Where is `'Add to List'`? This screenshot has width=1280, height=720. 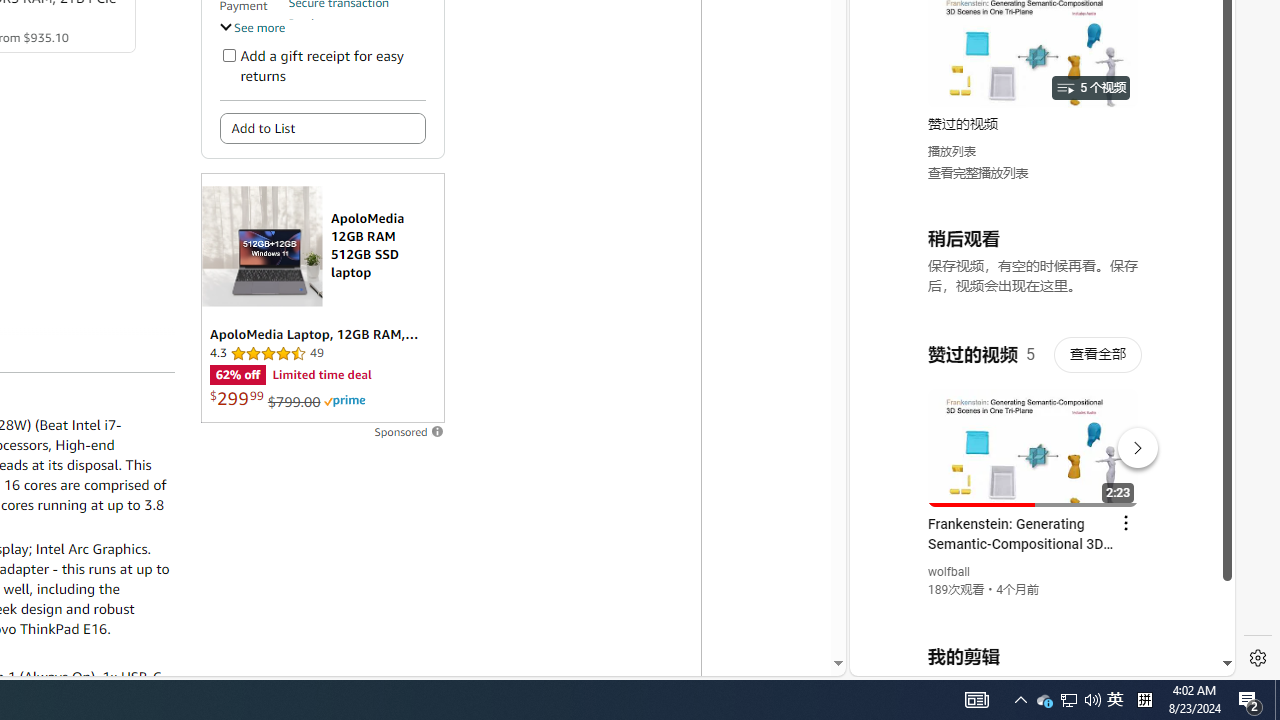 'Add to List' is located at coordinates (322, 128).